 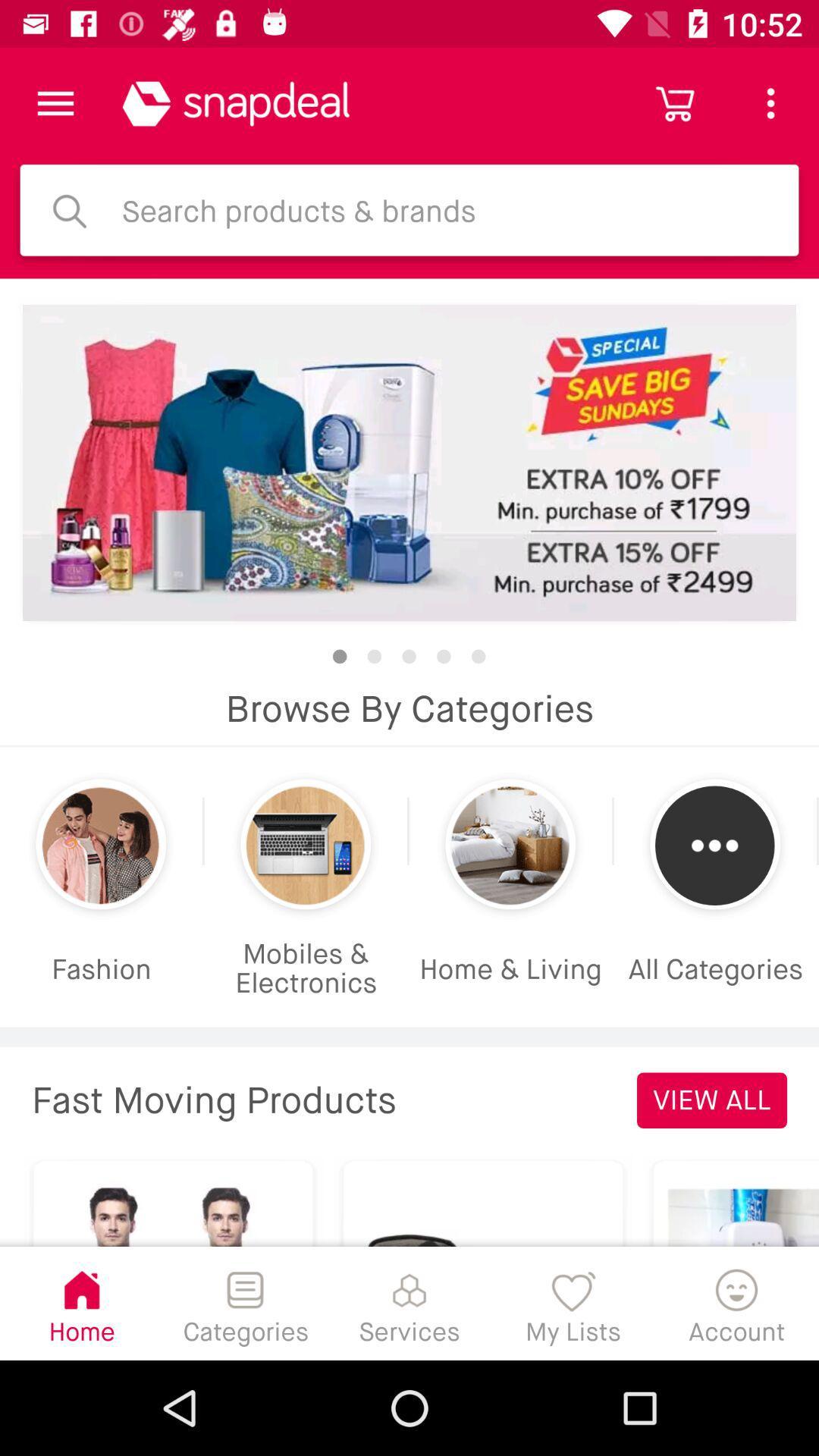 I want to click on the account icon, so click(x=736, y=1302).